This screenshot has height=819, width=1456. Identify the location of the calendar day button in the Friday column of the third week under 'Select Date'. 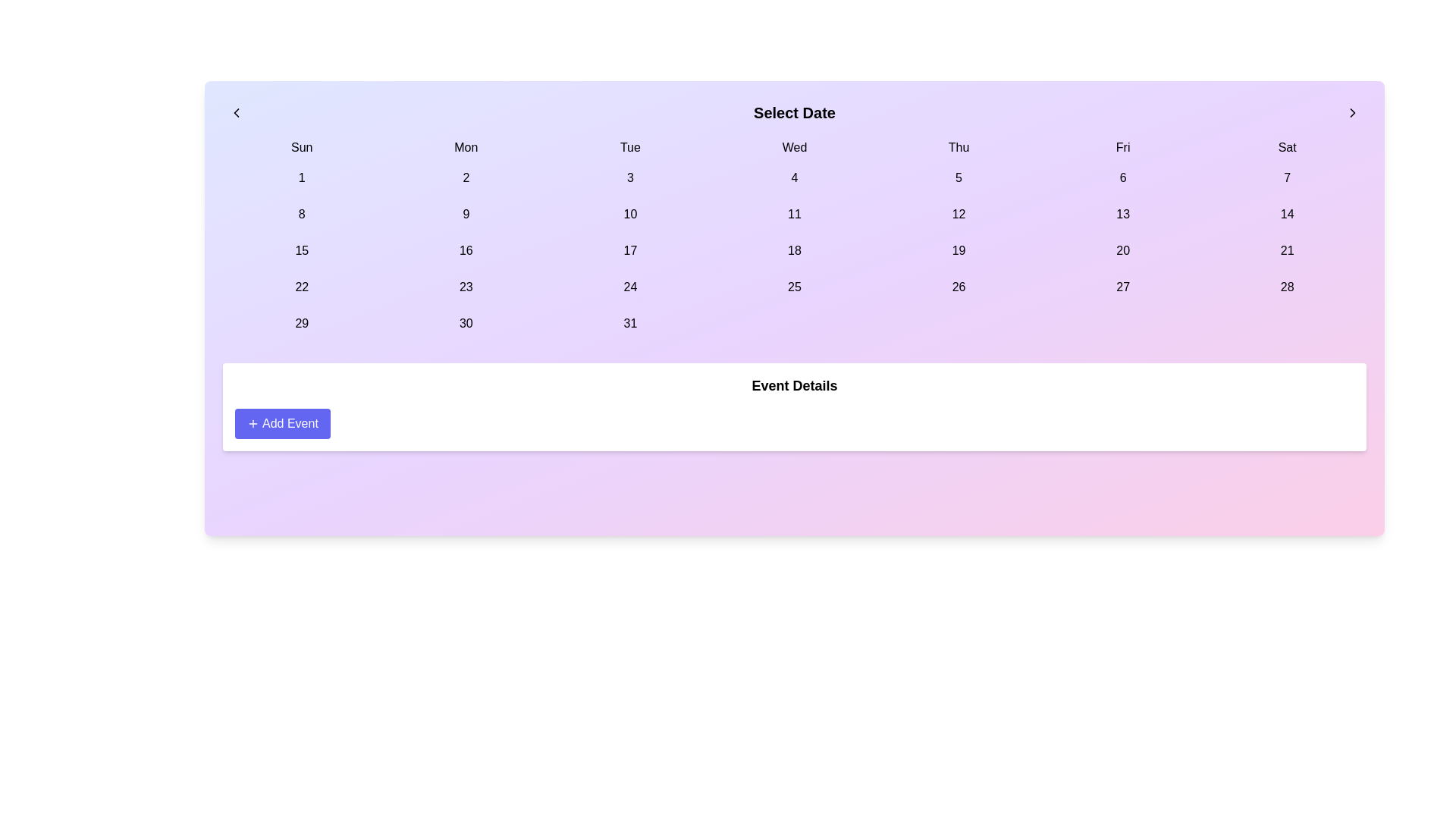
(1123, 250).